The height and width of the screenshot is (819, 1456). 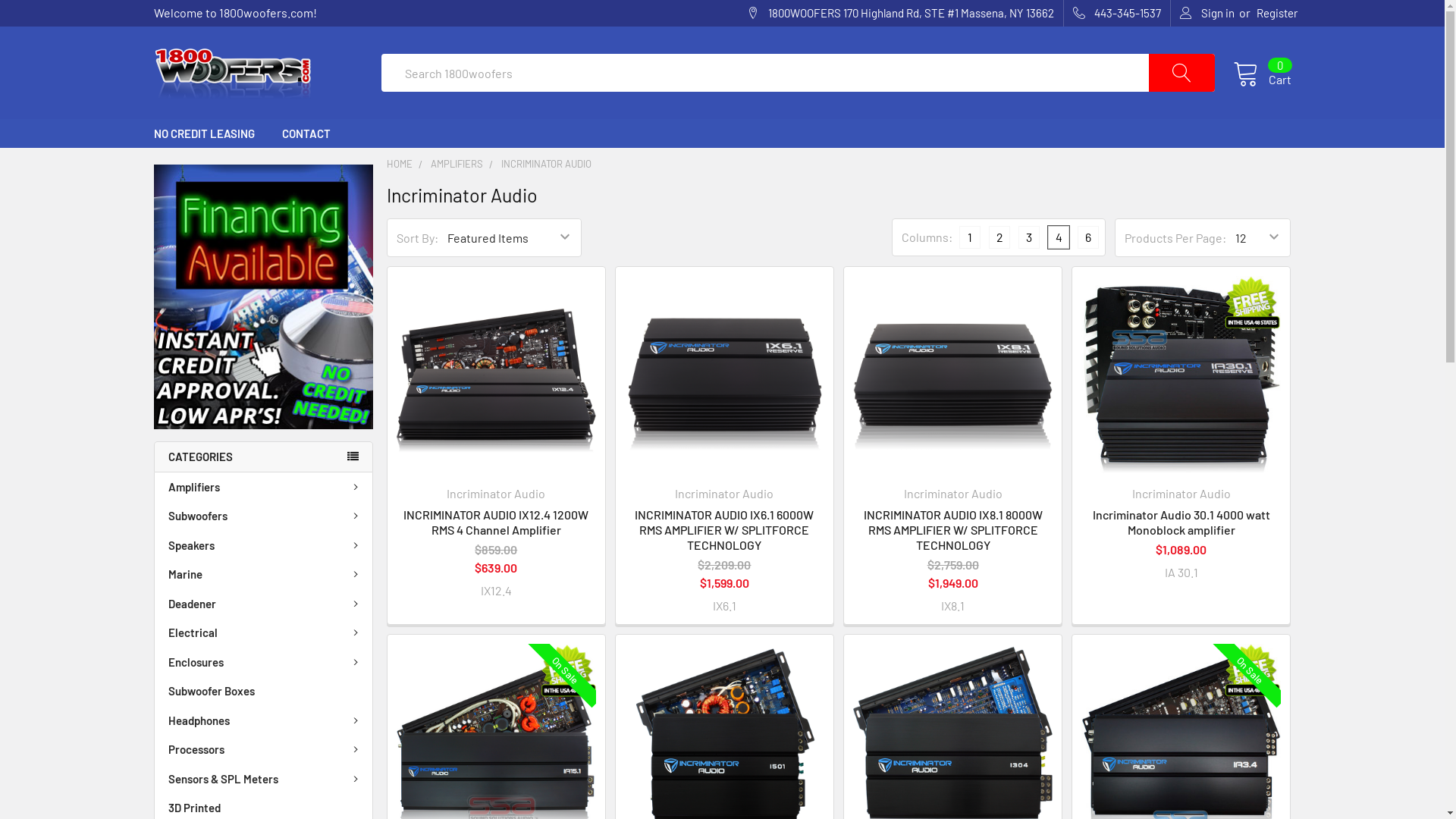 What do you see at coordinates (263, 691) in the screenshot?
I see `'Subwoofer Boxes'` at bounding box center [263, 691].